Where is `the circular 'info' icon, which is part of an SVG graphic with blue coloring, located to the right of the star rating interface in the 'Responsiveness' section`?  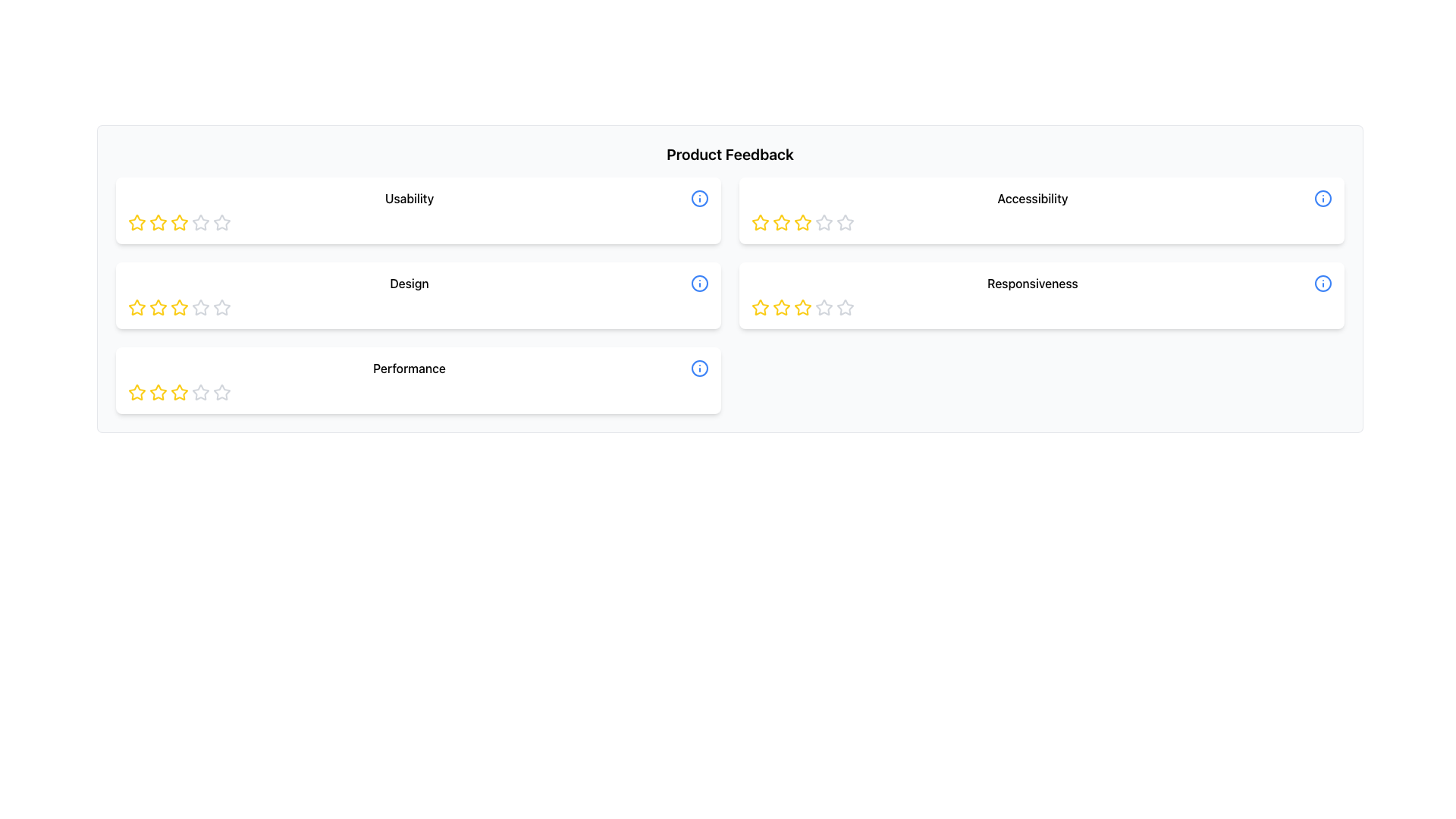 the circular 'info' icon, which is part of an SVG graphic with blue coloring, located to the right of the star rating interface in the 'Responsiveness' section is located at coordinates (1323, 284).